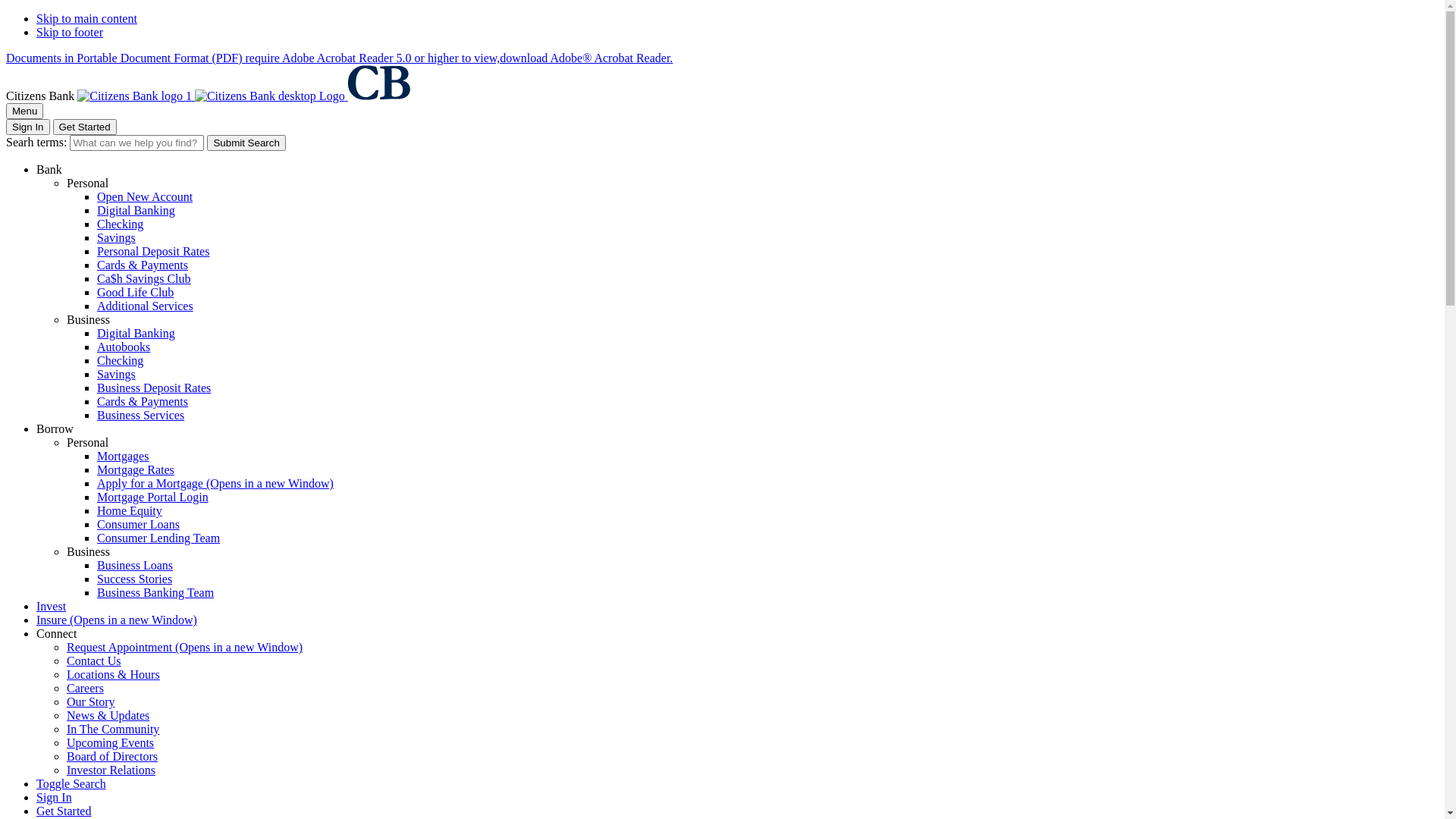  What do you see at coordinates (36, 18) in the screenshot?
I see `'Skip to main content'` at bounding box center [36, 18].